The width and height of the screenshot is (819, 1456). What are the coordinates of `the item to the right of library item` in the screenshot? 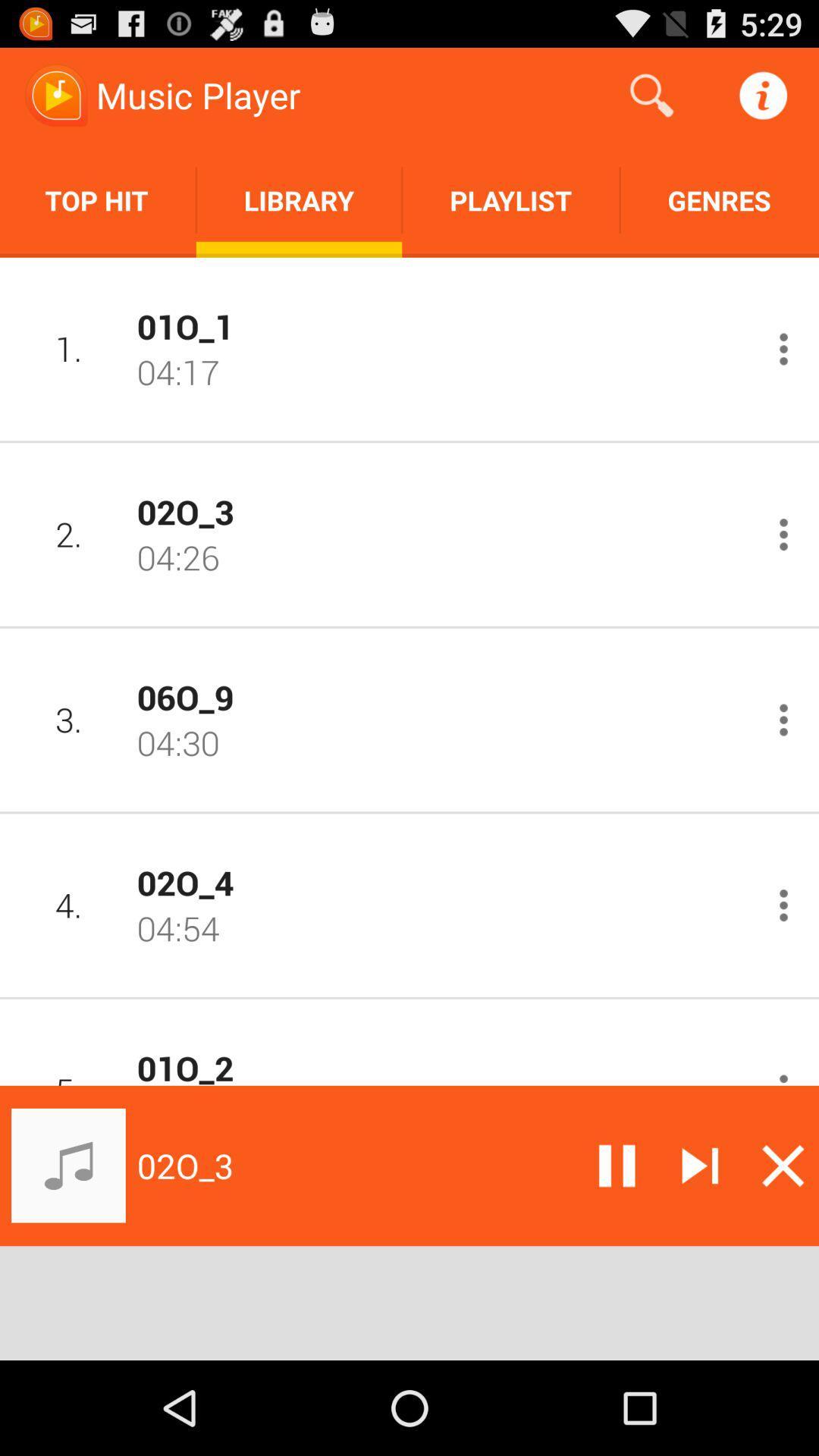 It's located at (651, 94).